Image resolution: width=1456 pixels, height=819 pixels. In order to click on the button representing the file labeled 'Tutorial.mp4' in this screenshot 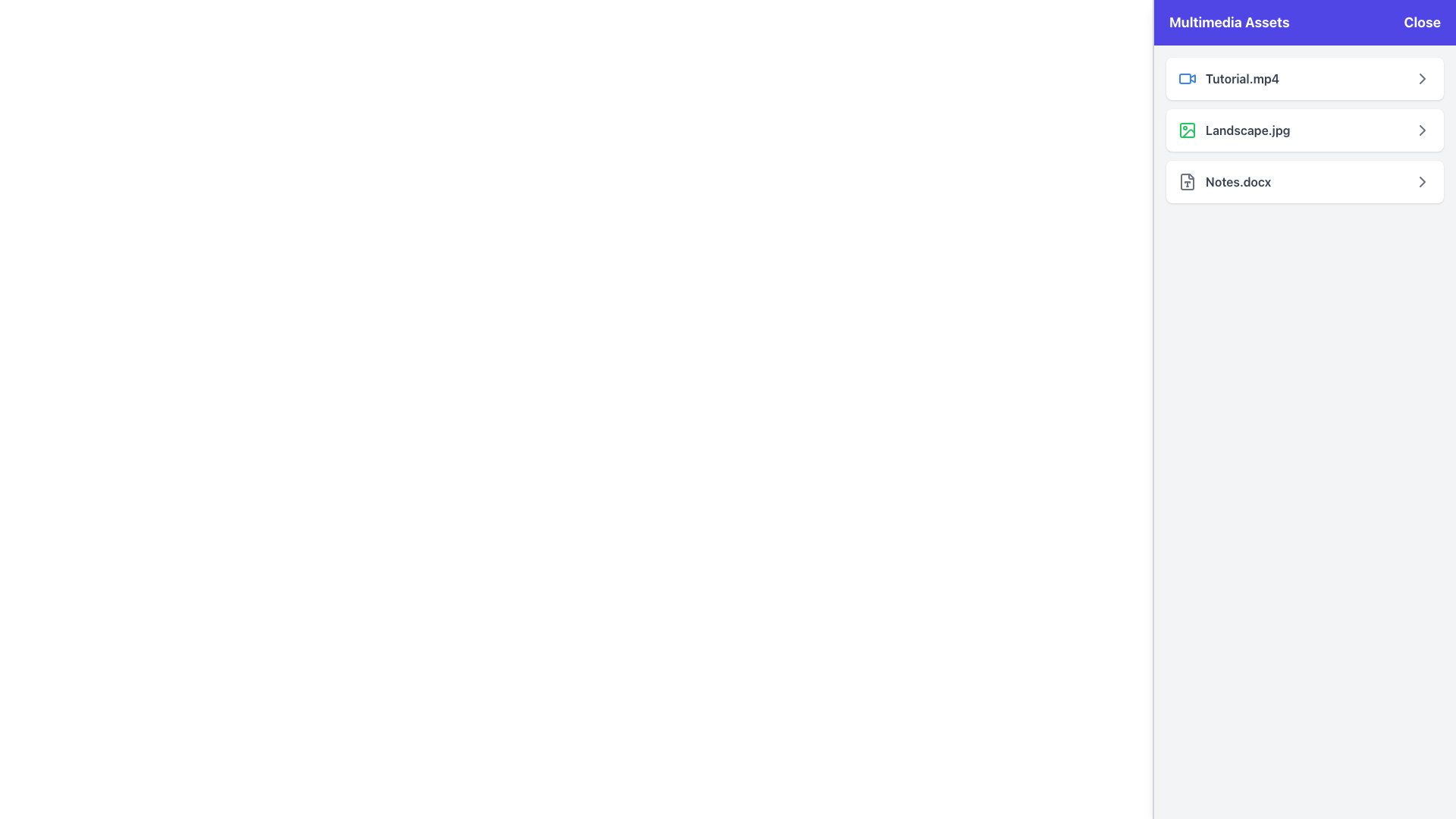, I will do `click(1304, 79)`.